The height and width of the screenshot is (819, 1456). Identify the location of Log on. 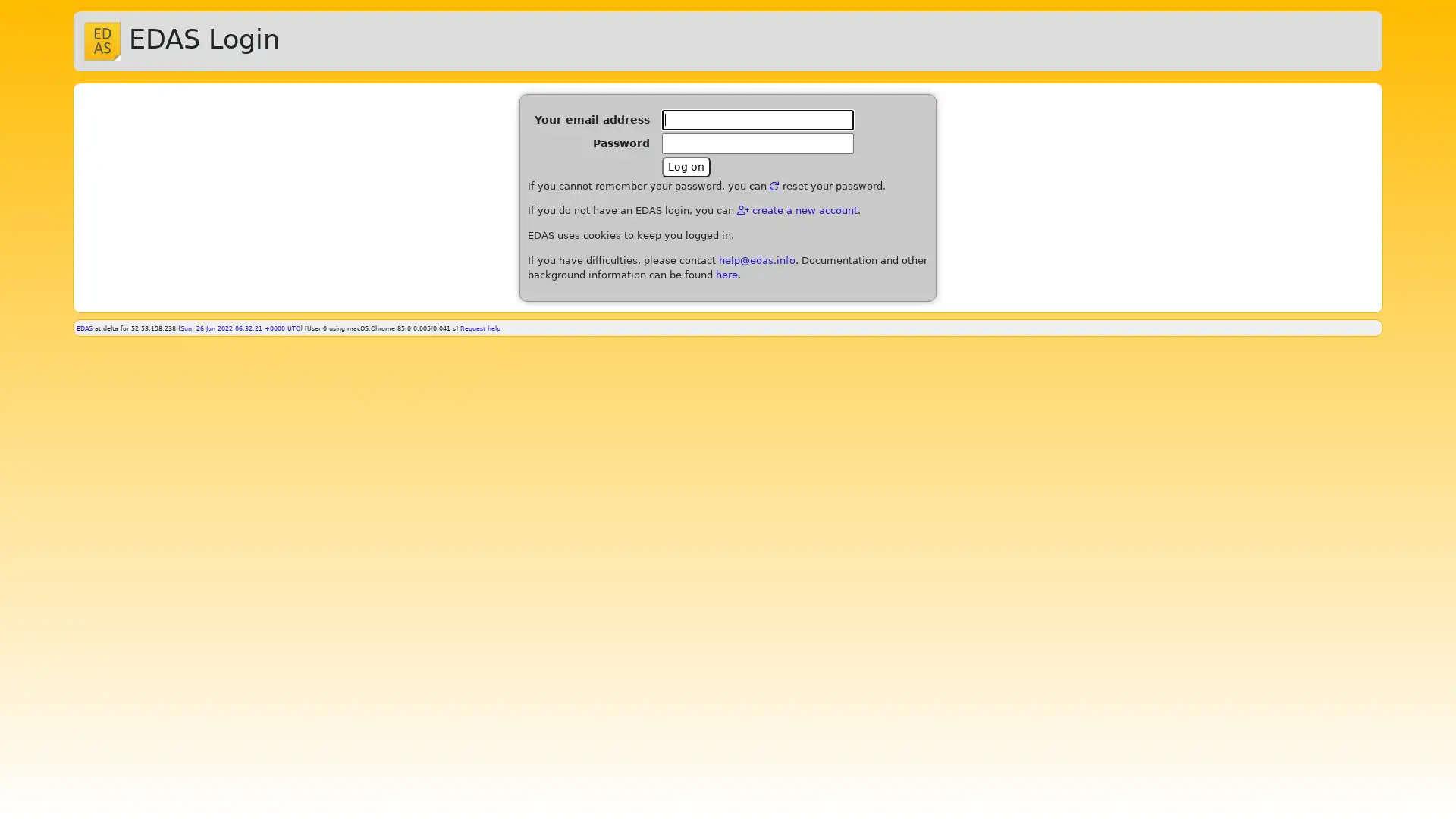
(686, 166).